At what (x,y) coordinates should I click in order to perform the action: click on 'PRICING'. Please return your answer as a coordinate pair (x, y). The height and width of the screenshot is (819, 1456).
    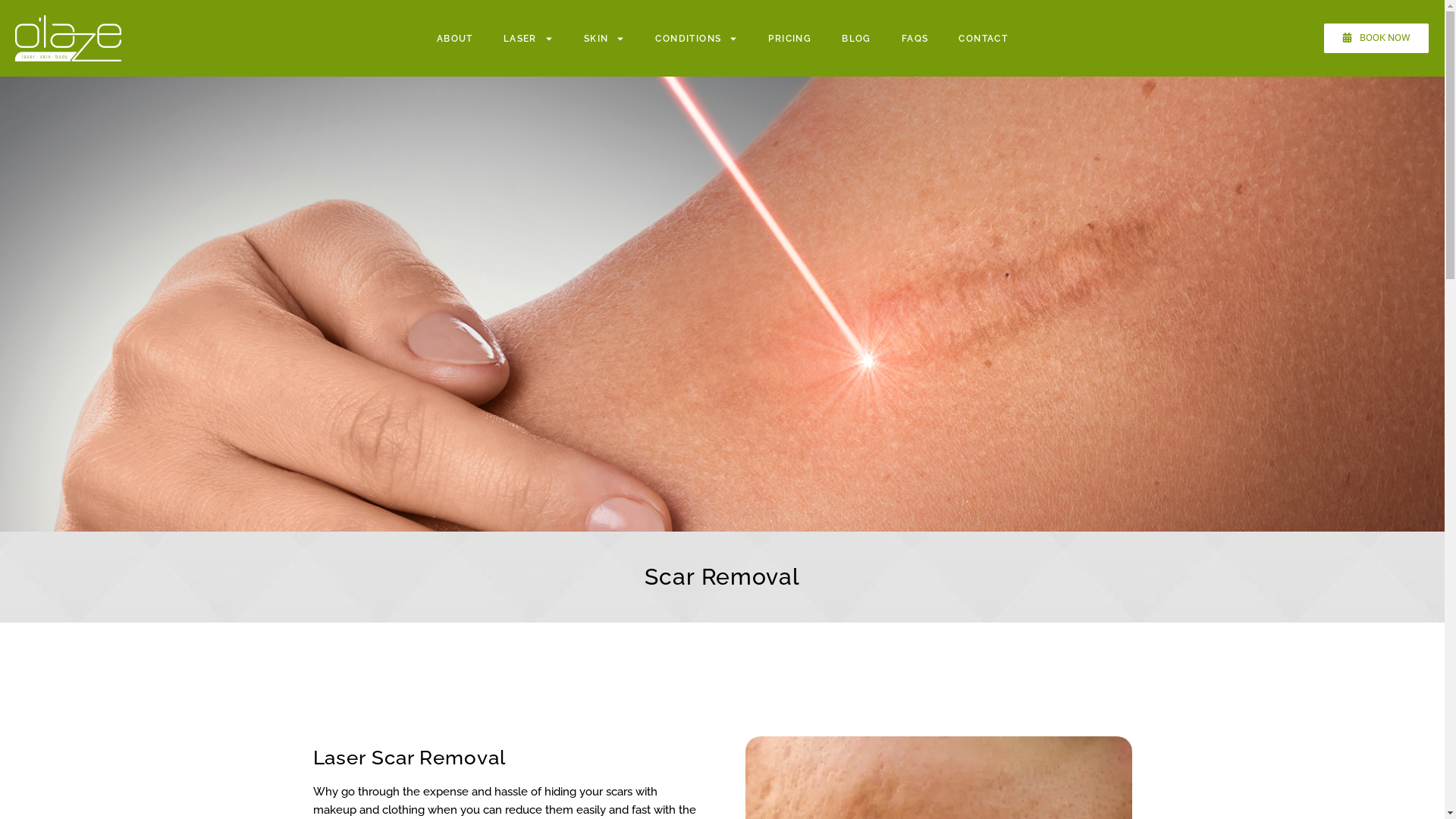
    Looking at the image, I should click on (789, 37).